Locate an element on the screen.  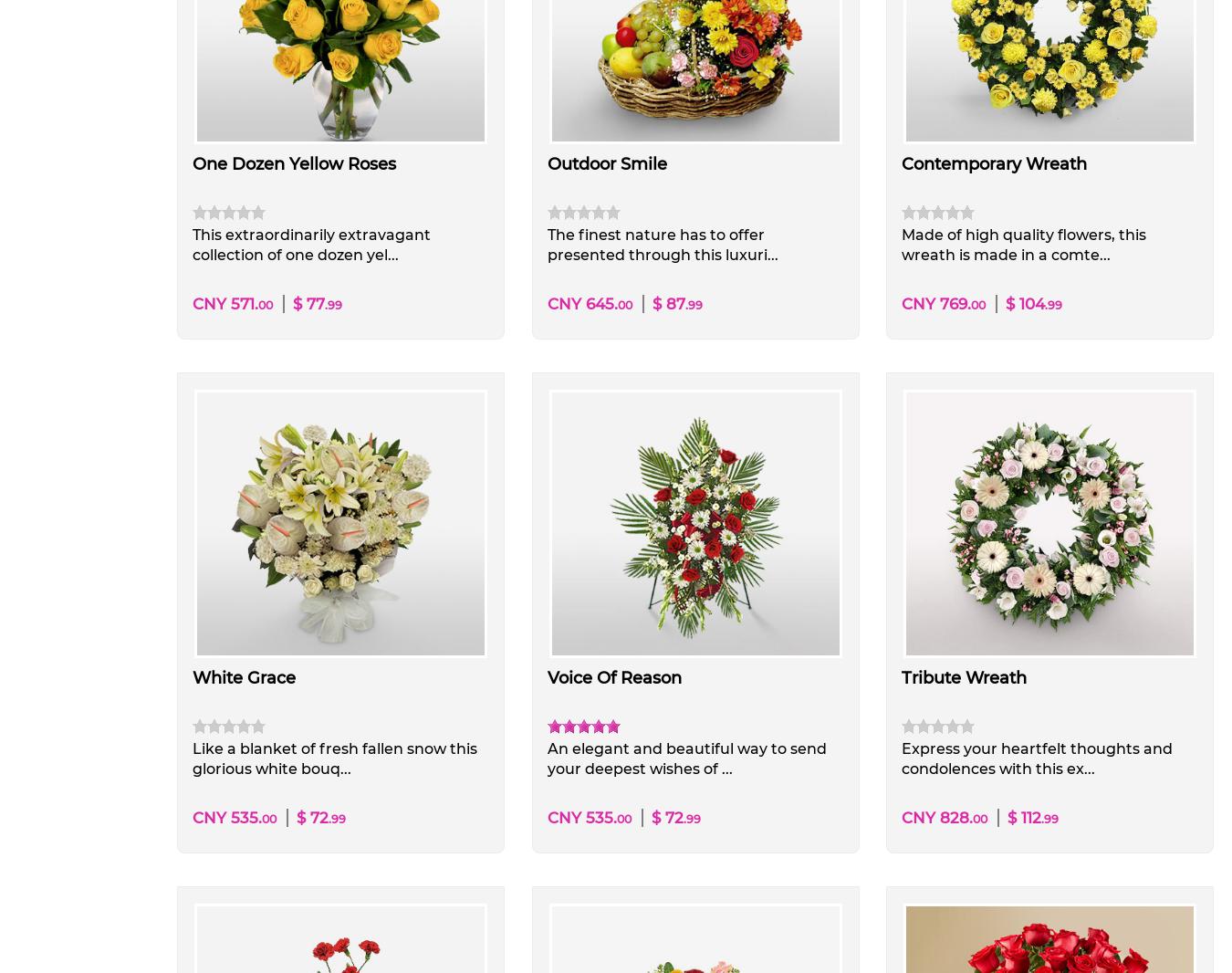
'Express your heartfelt thoughts and condolences with this ex...' is located at coordinates (1035, 758).